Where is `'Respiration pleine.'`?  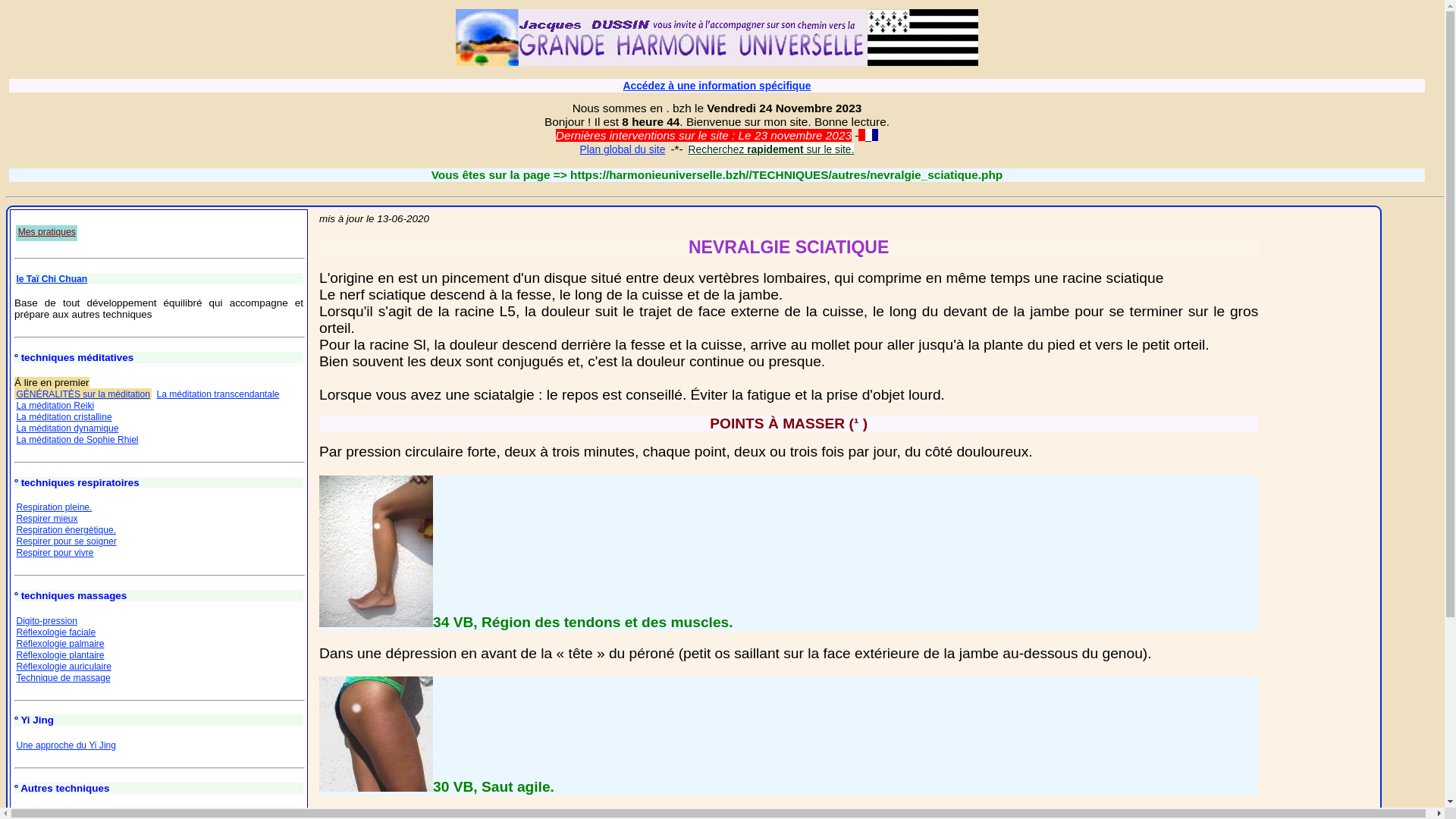 'Respiration pleine.' is located at coordinates (54, 507).